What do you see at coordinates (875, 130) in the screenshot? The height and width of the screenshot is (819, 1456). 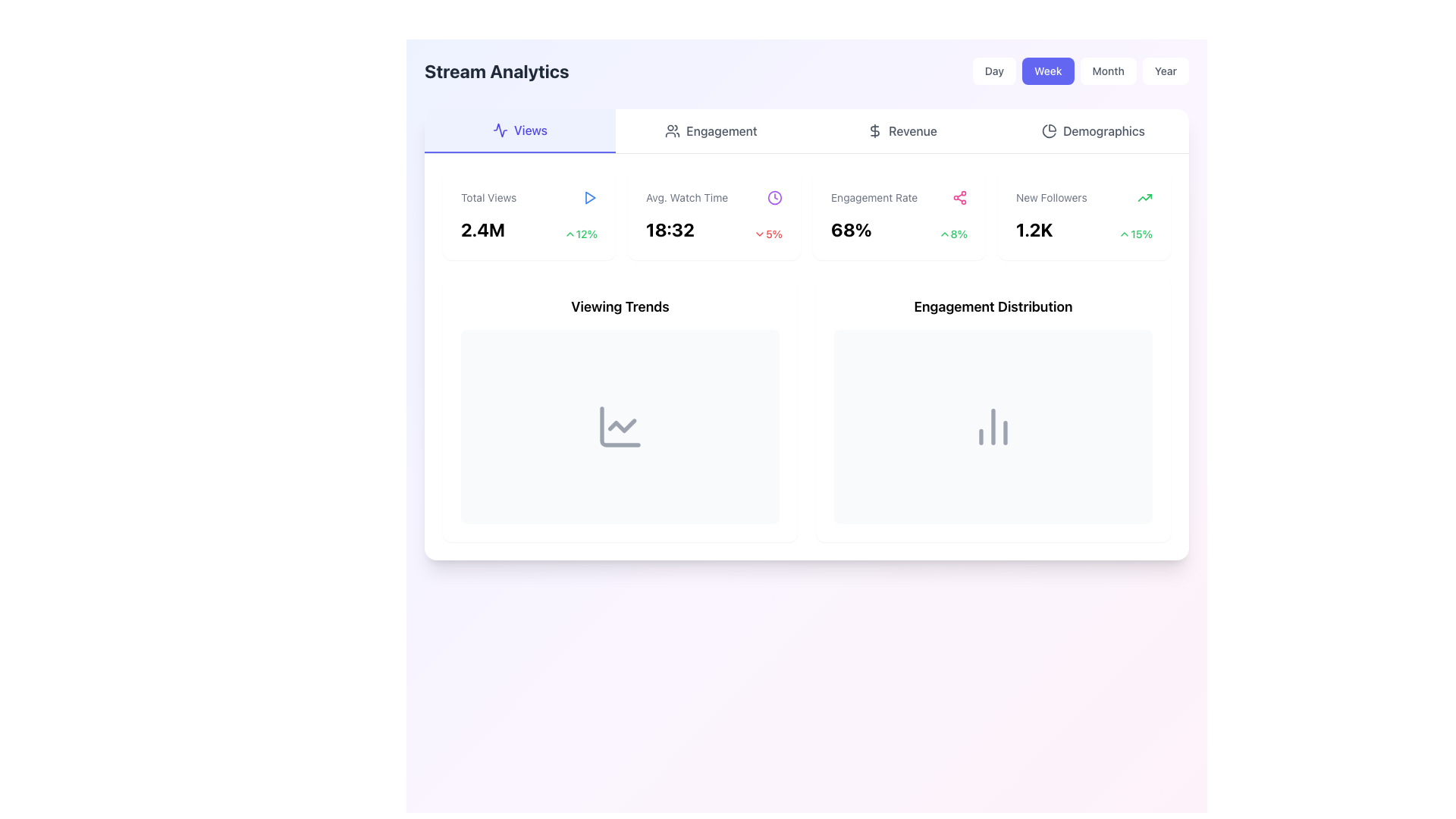 I see `the dollar sign icon located in the 'Revenue' tab of the top navigation bar, which is styled with a modern appearance and has a thin stroke line and rounded edges` at bounding box center [875, 130].